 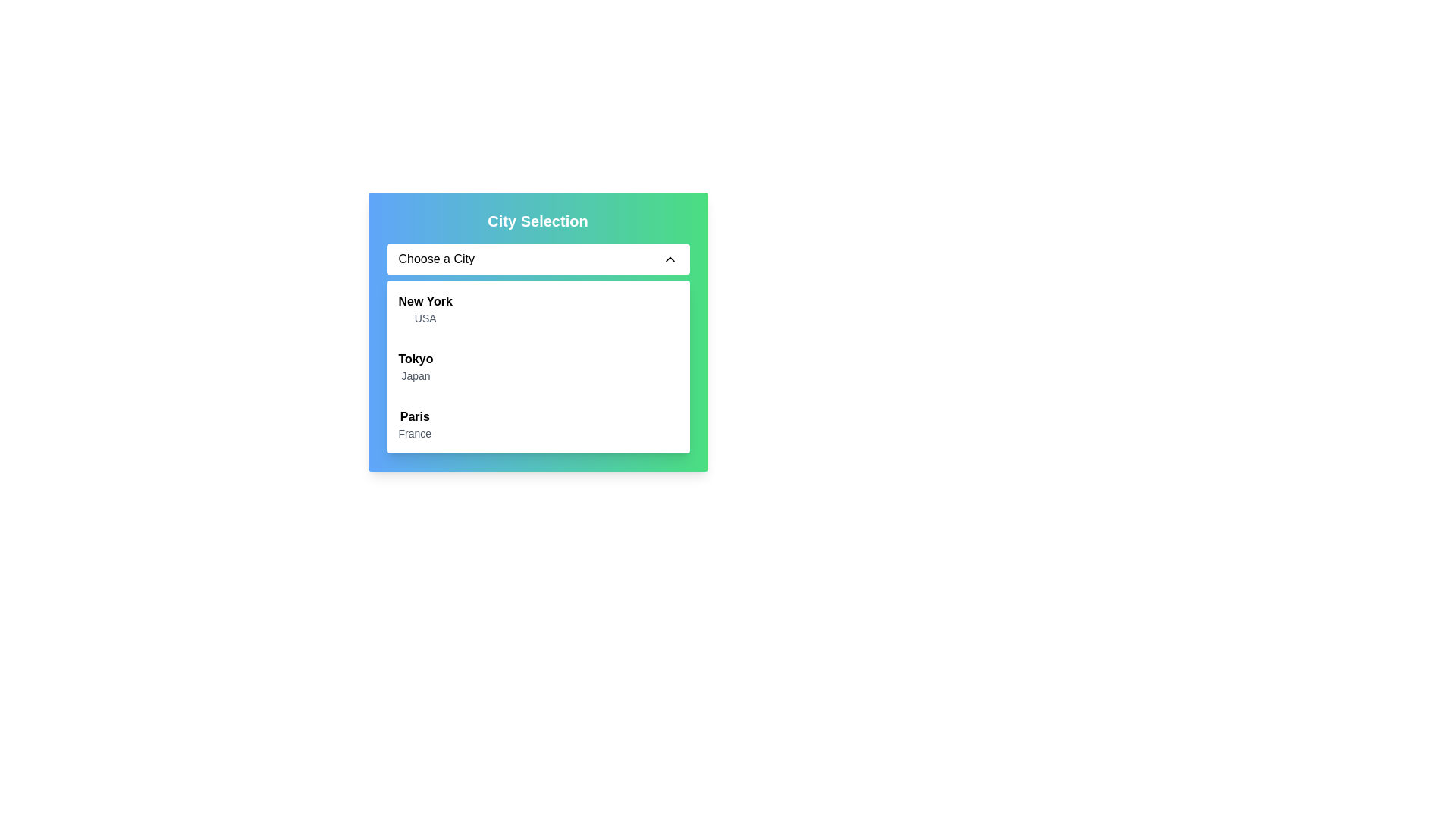 What do you see at coordinates (669, 259) in the screenshot?
I see `the upward-pointing chevron icon` at bounding box center [669, 259].